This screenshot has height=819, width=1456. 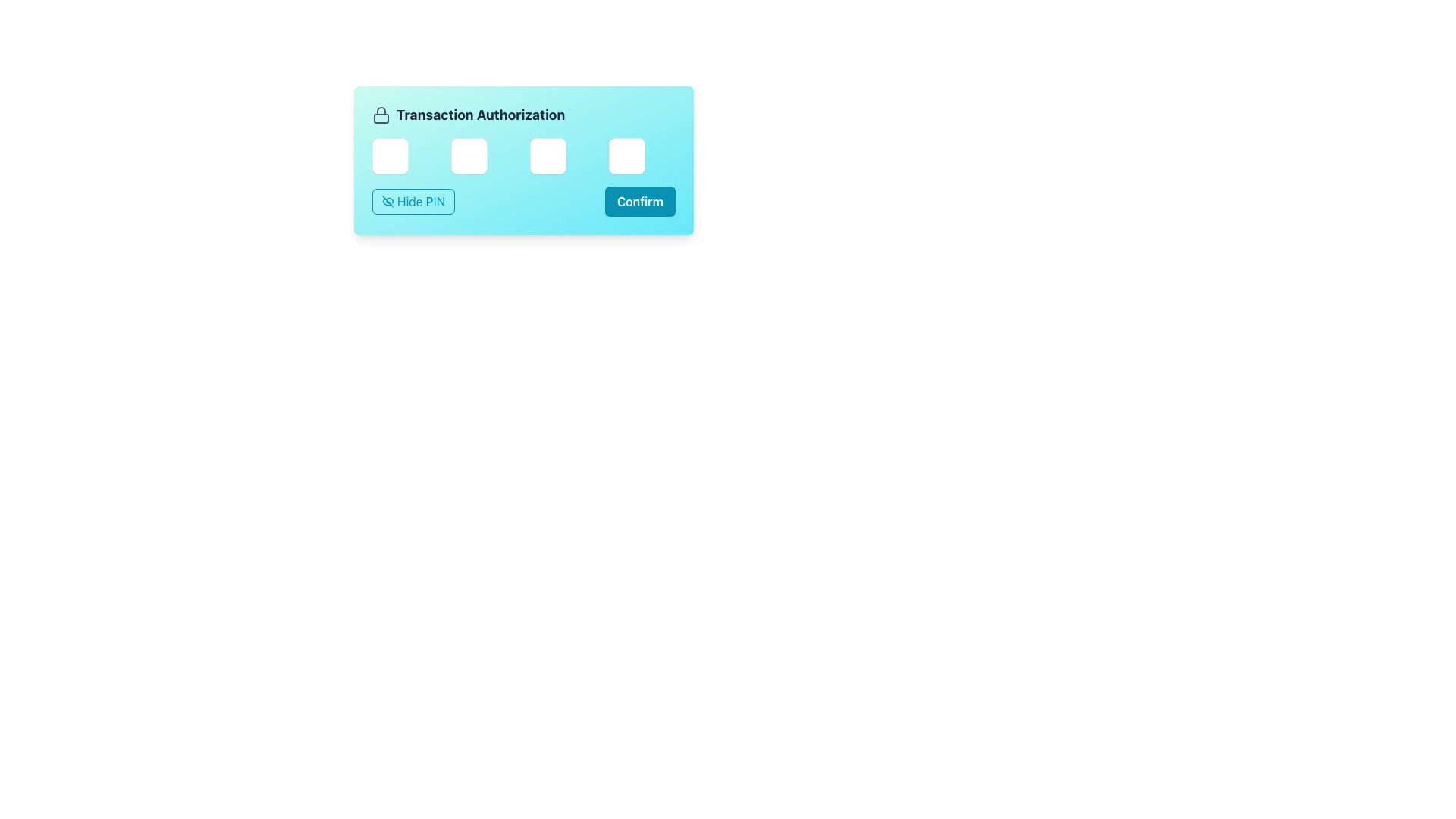 I want to click on the SVG icon within the 'Hide PIN' button, which visually indicates the action to hide the entered PIN in the 'Transaction Authorization' modal, so click(x=388, y=201).